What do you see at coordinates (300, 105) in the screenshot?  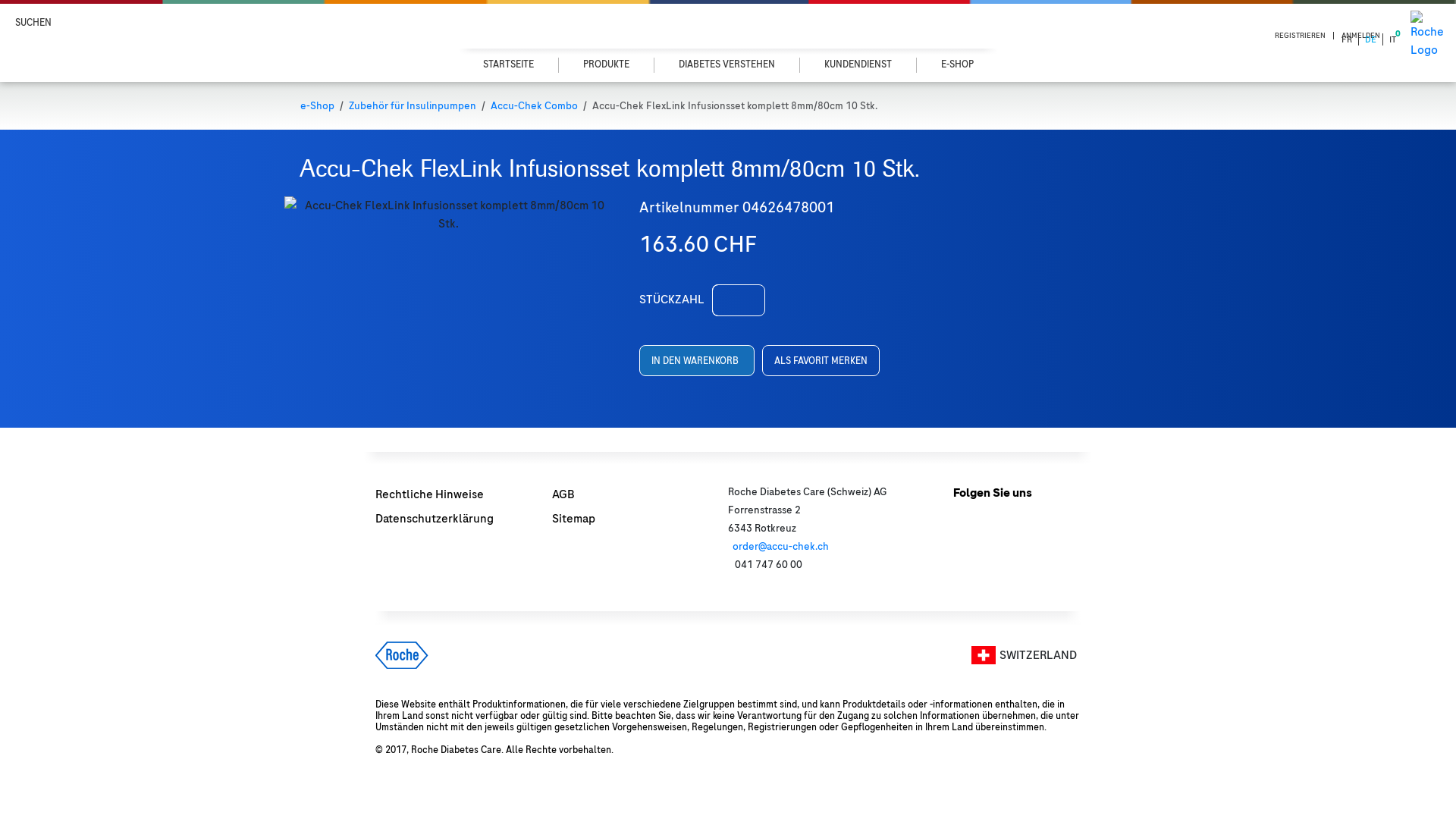 I see `'e-Shop'` at bounding box center [300, 105].